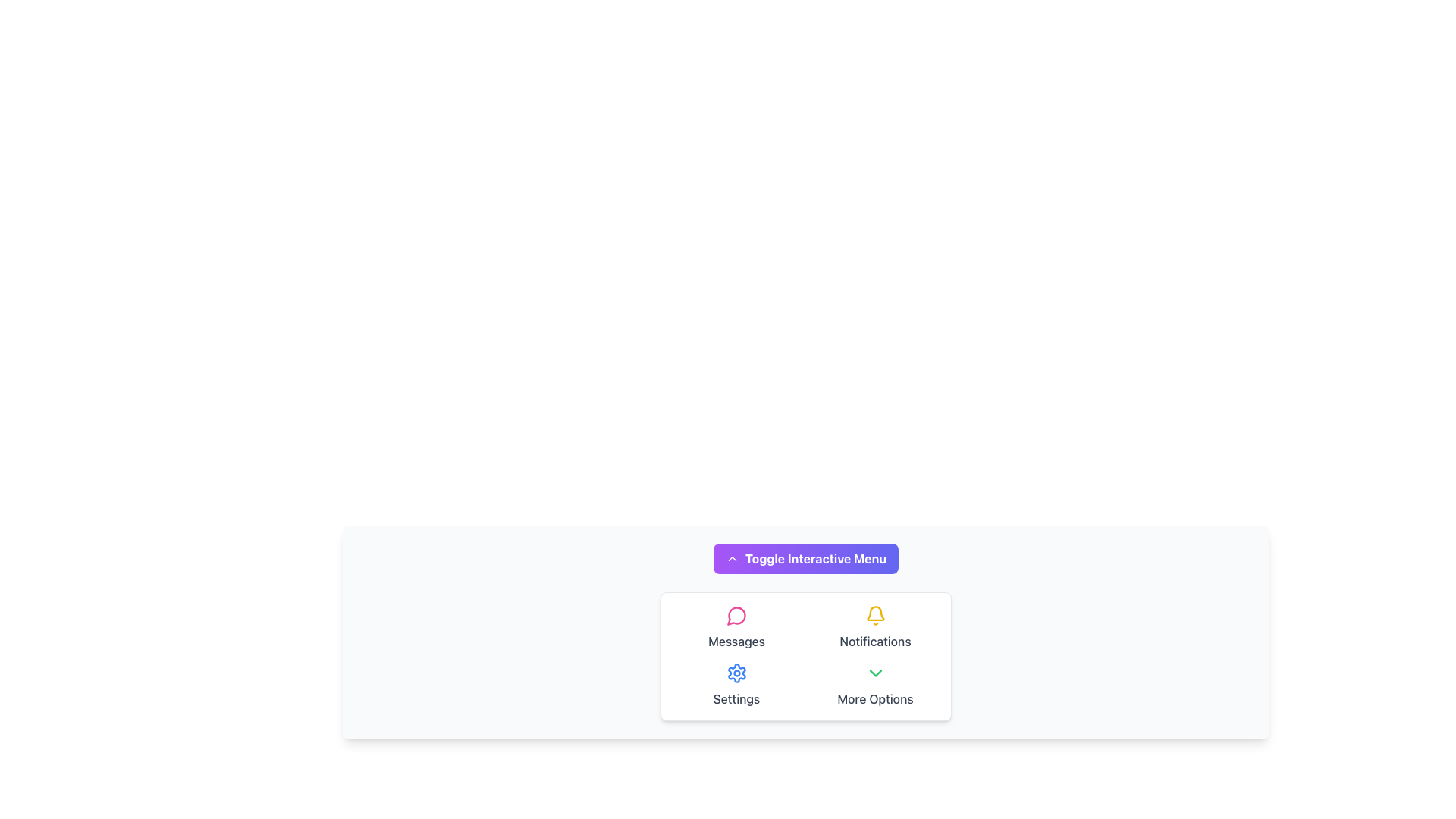 The width and height of the screenshot is (1456, 819). What do you see at coordinates (736, 685) in the screenshot?
I see `the 'Settings' button which is the third item in the grid layout, located in the bottom-left region, below the 'Messages' item` at bounding box center [736, 685].